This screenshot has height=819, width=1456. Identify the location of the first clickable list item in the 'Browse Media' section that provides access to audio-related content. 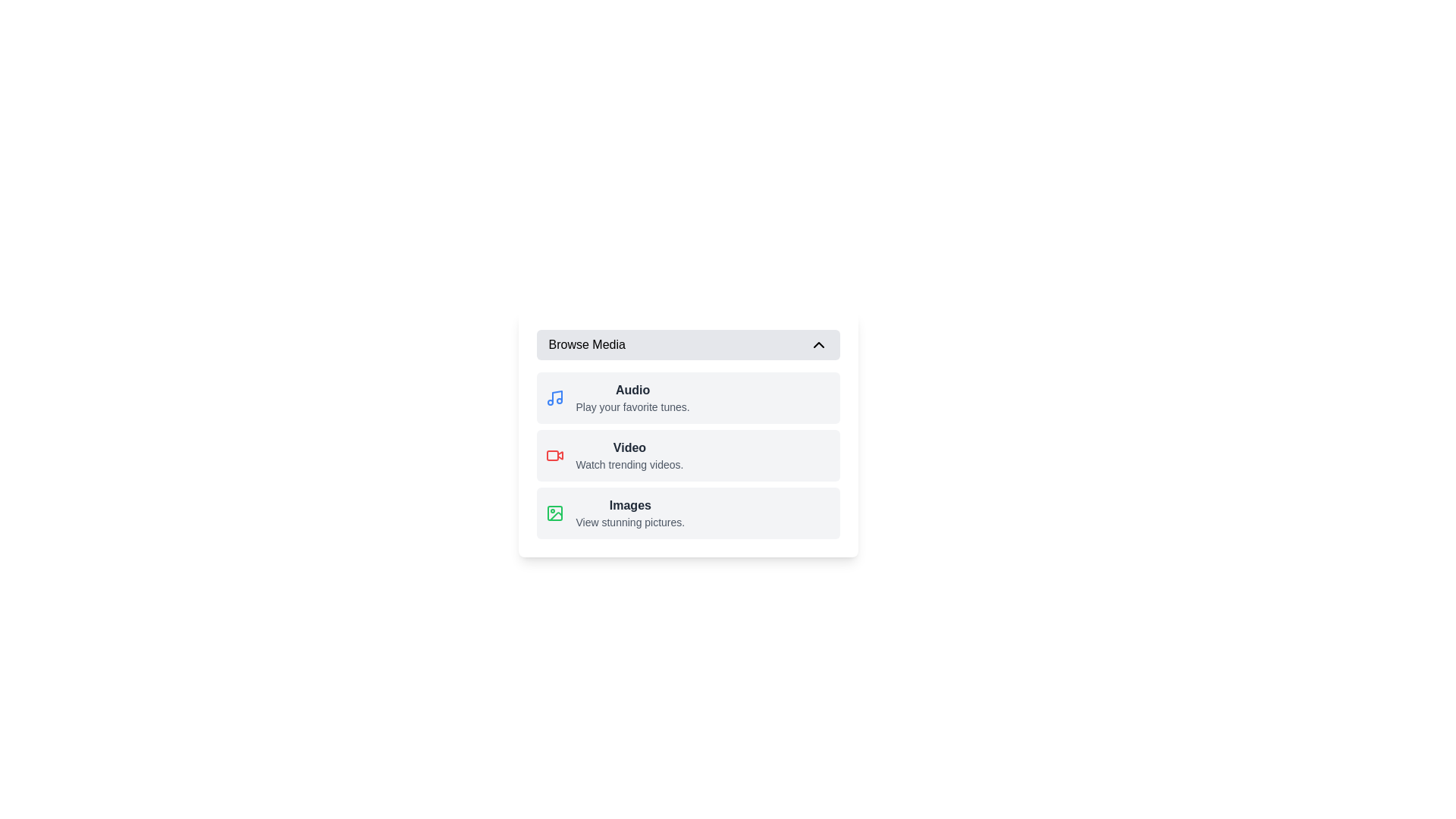
(632, 397).